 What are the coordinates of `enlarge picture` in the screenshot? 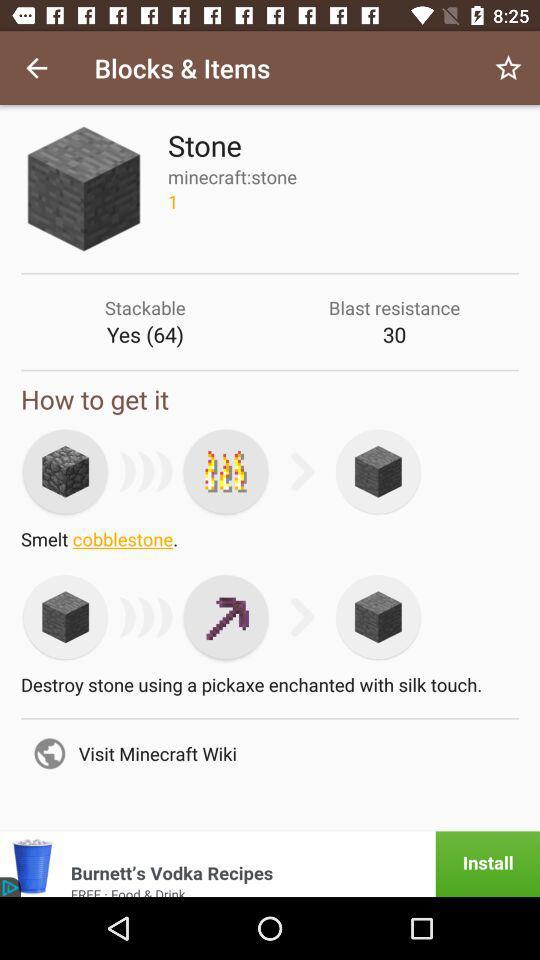 It's located at (65, 471).